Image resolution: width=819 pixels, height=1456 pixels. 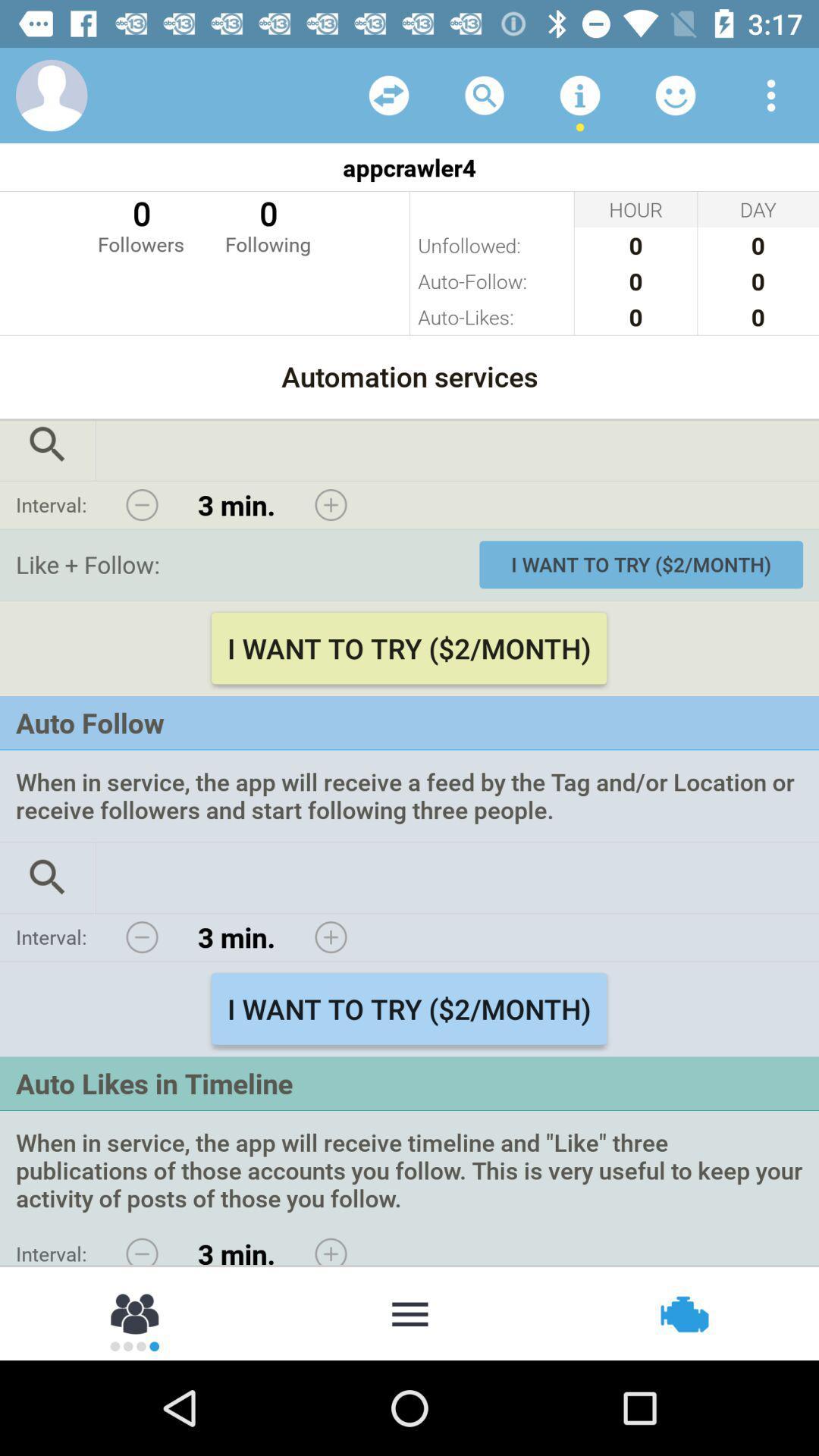 What do you see at coordinates (46, 877) in the screenshot?
I see `search it` at bounding box center [46, 877].